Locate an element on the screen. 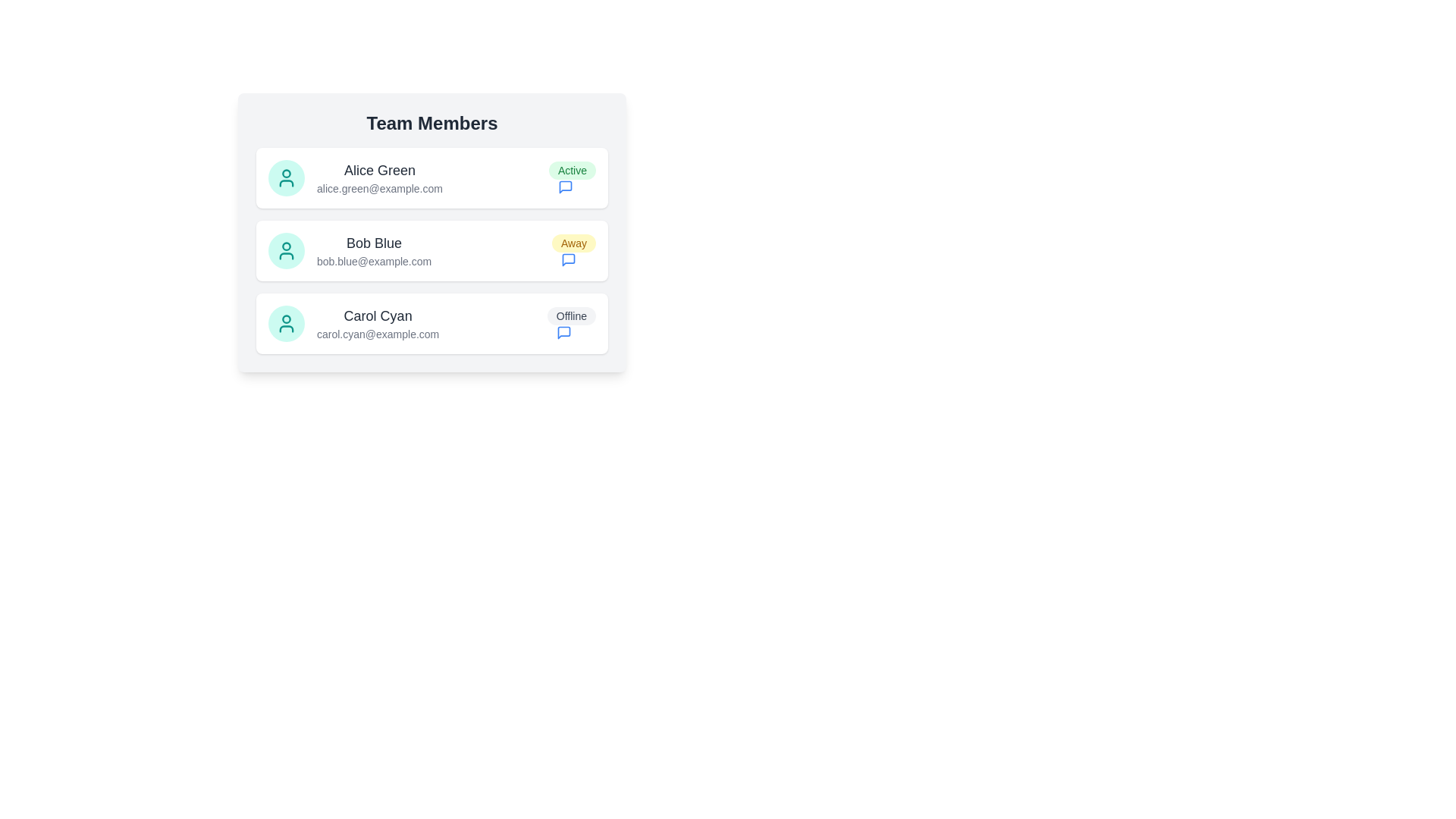 This screenshot has height=819, width=1456. the circular marker located next to 'Alice Green' in the top-left corner of the Team Members list is located at coordinates (287, 172).